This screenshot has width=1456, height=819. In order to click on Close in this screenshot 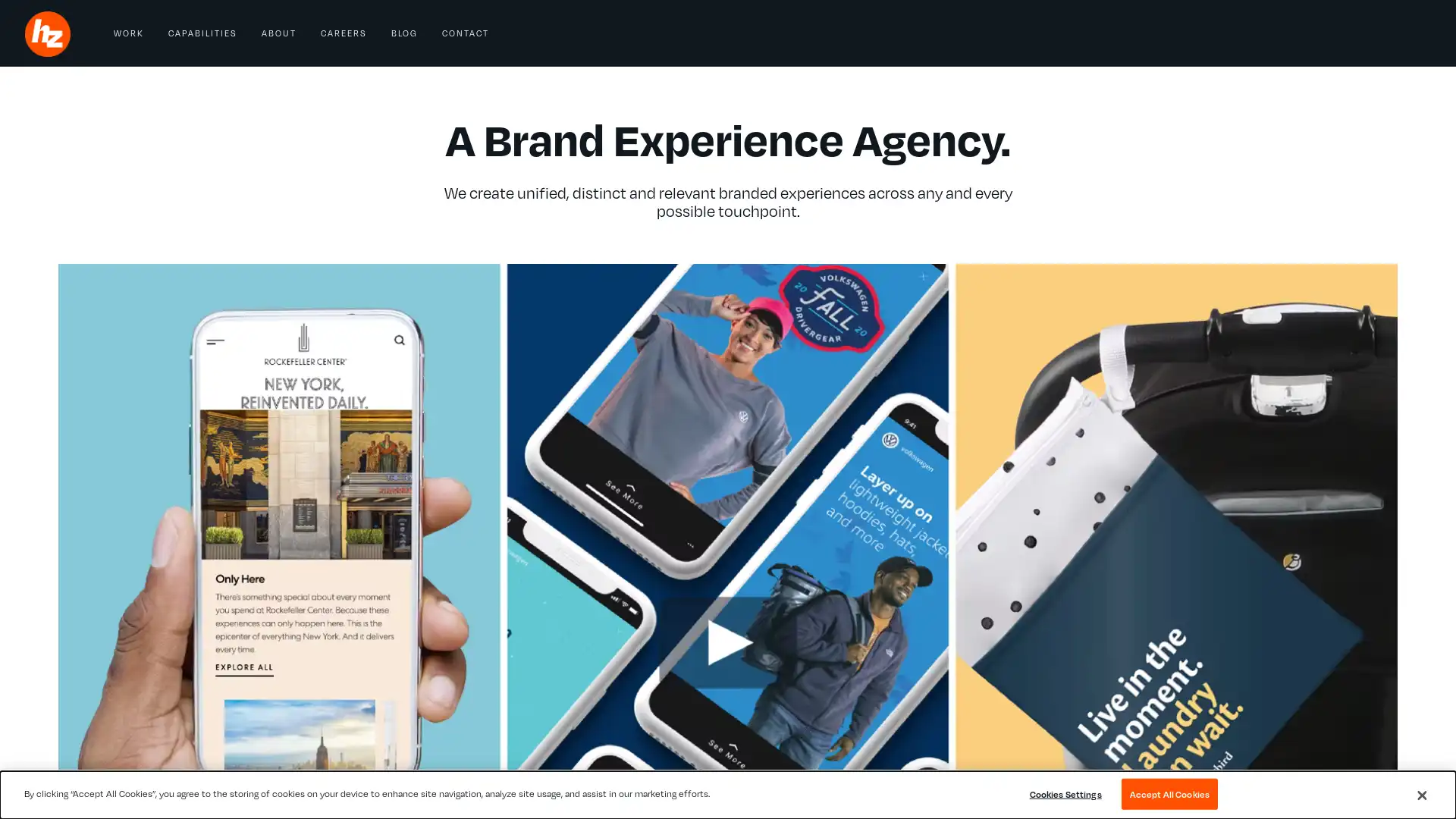, I will do `click(1420, 794)`.